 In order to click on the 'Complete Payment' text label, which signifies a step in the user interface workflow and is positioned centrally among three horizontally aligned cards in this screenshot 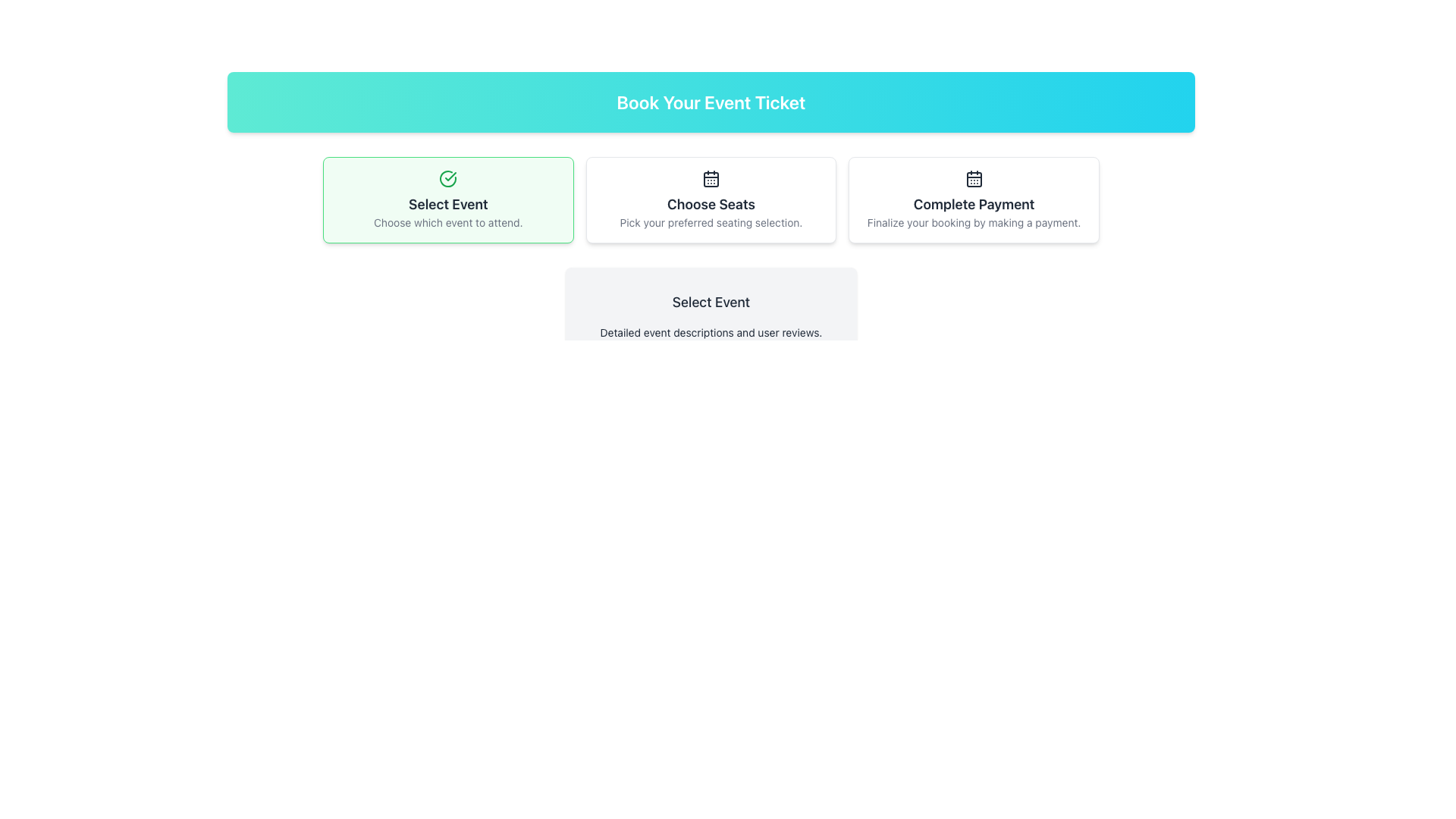, I will do `click(974, 205)`.